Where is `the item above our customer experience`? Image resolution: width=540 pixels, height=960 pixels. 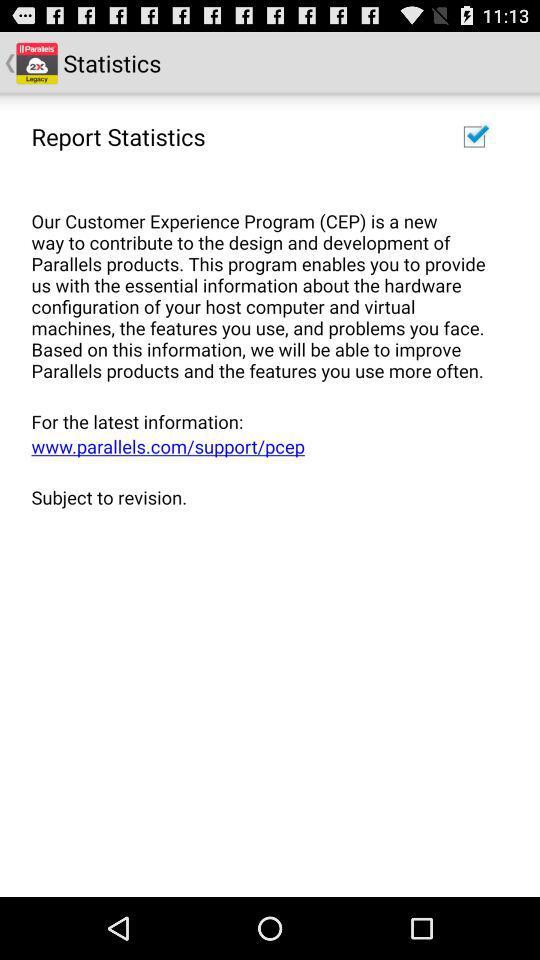 the item above our customer experience is located at coordinates (118, 135).